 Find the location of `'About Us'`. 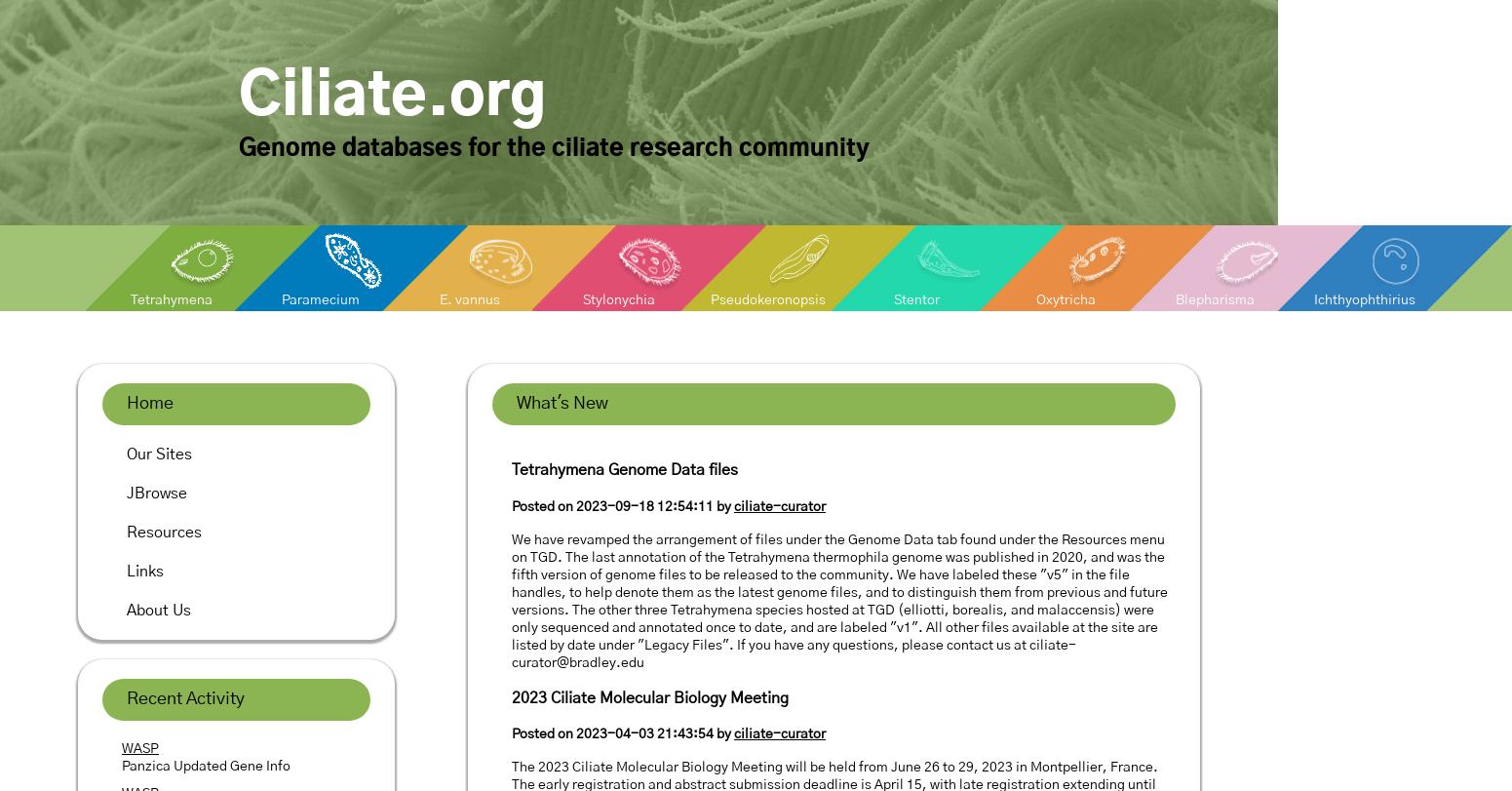

'About Us' is located at coordinates (158, 610).